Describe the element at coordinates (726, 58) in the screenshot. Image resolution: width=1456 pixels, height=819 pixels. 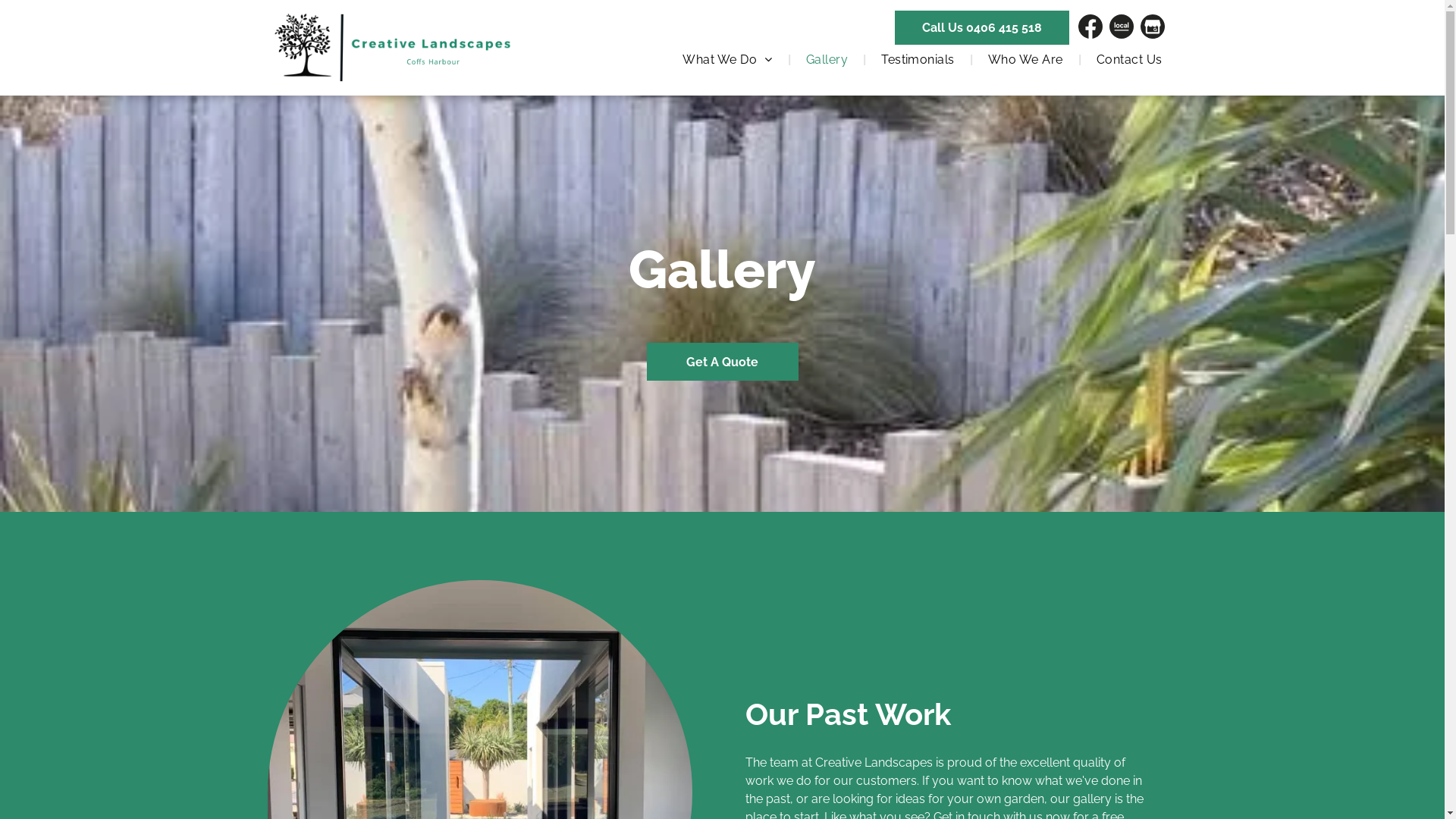
I see `'What We Do'` at that location.